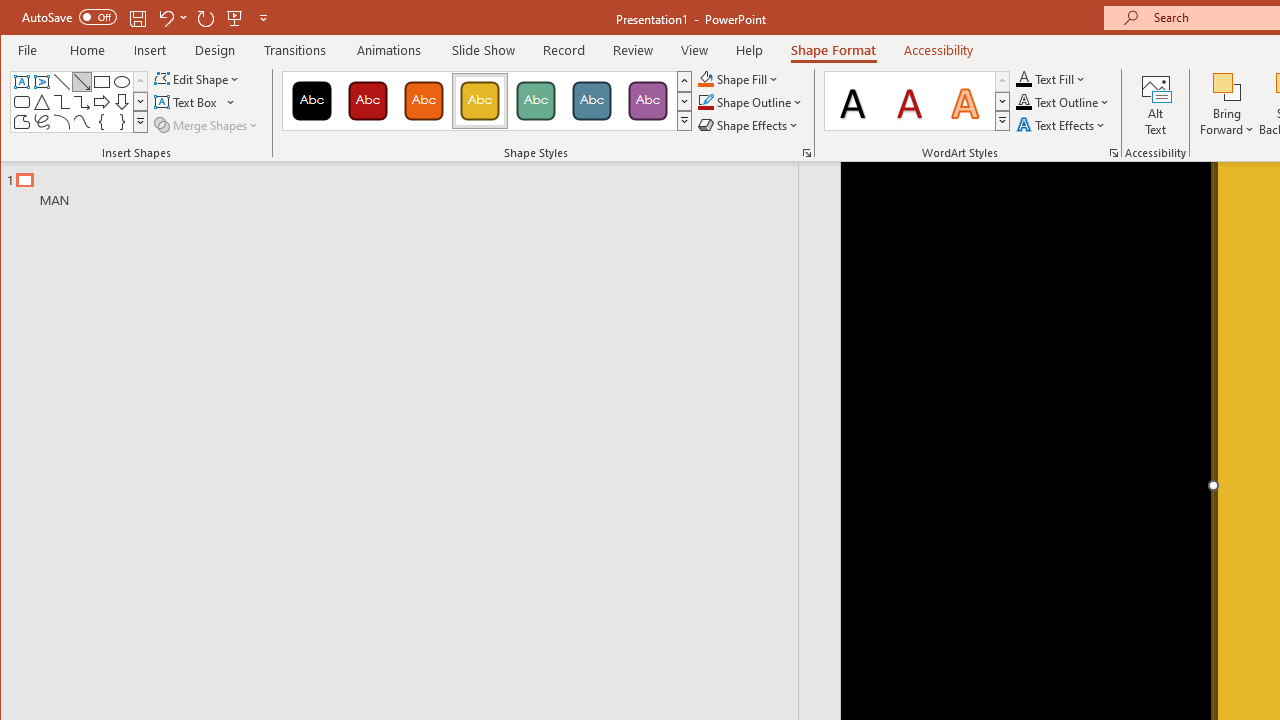  I want to click on 'Colored Fill - Black, Dark 1', so click(311, 100).